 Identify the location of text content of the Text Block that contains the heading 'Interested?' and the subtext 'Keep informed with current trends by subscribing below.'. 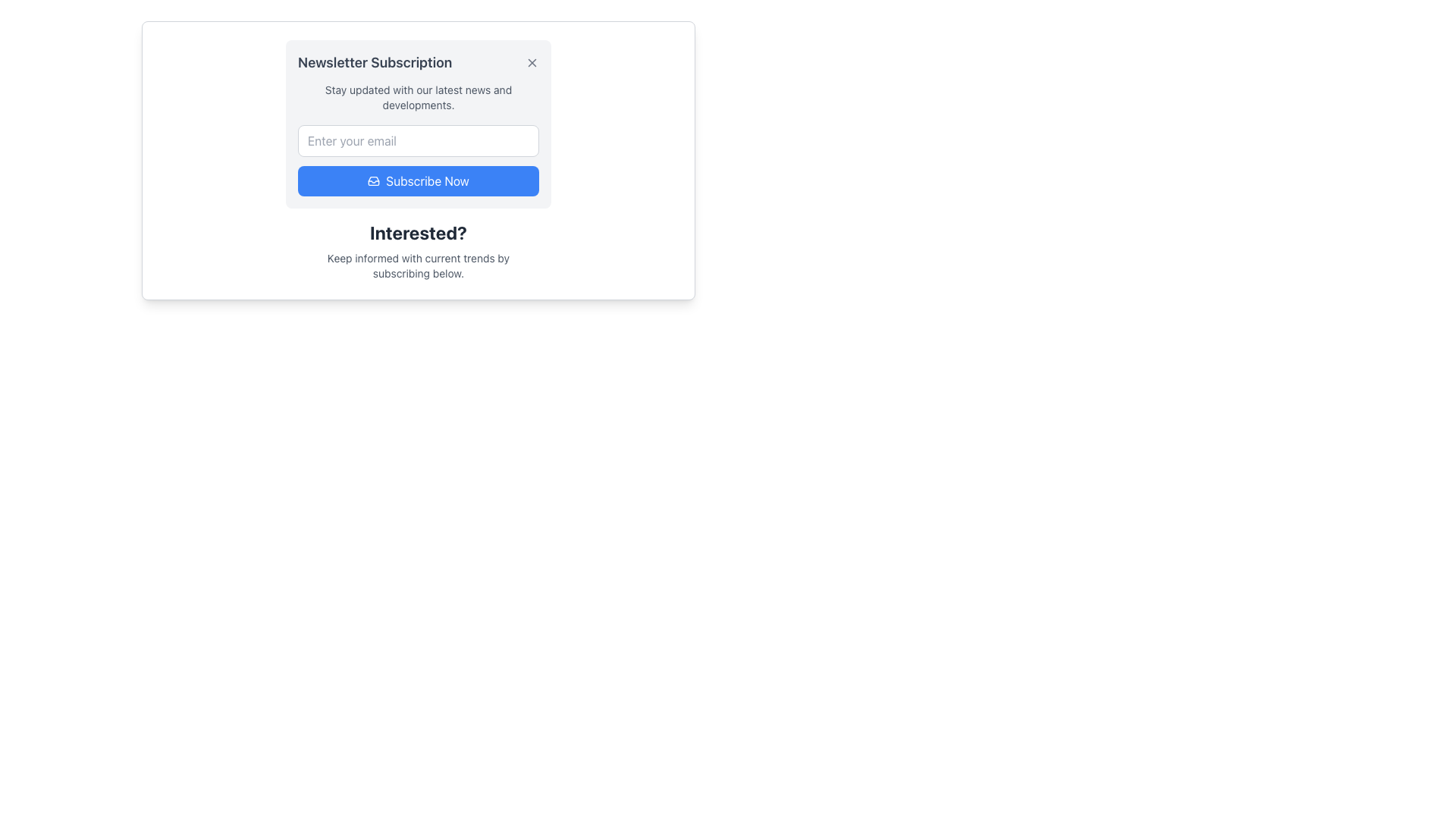
(419, 250).